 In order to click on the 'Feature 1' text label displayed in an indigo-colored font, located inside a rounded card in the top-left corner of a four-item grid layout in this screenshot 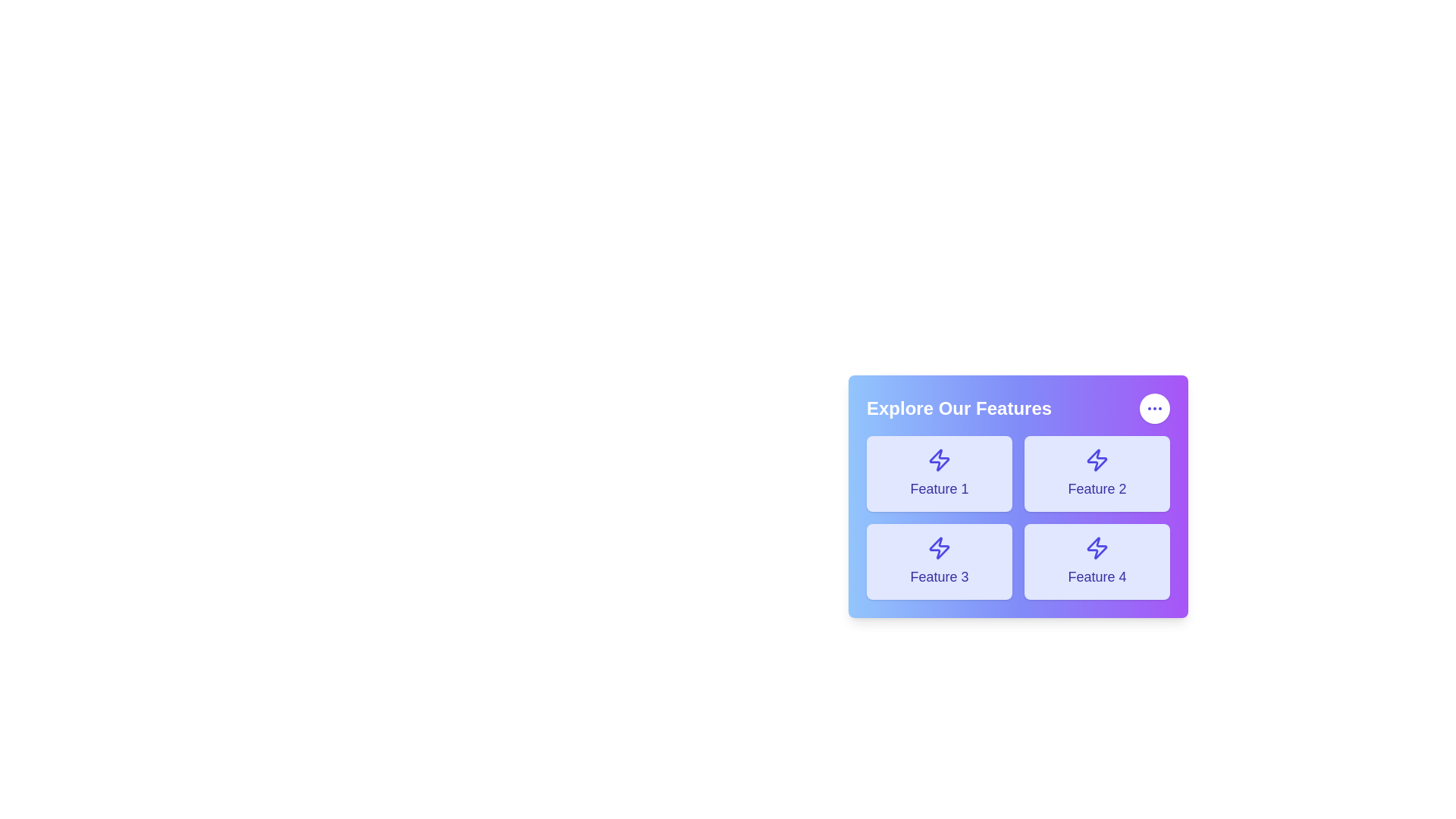, I will do `click(938, 488)`.